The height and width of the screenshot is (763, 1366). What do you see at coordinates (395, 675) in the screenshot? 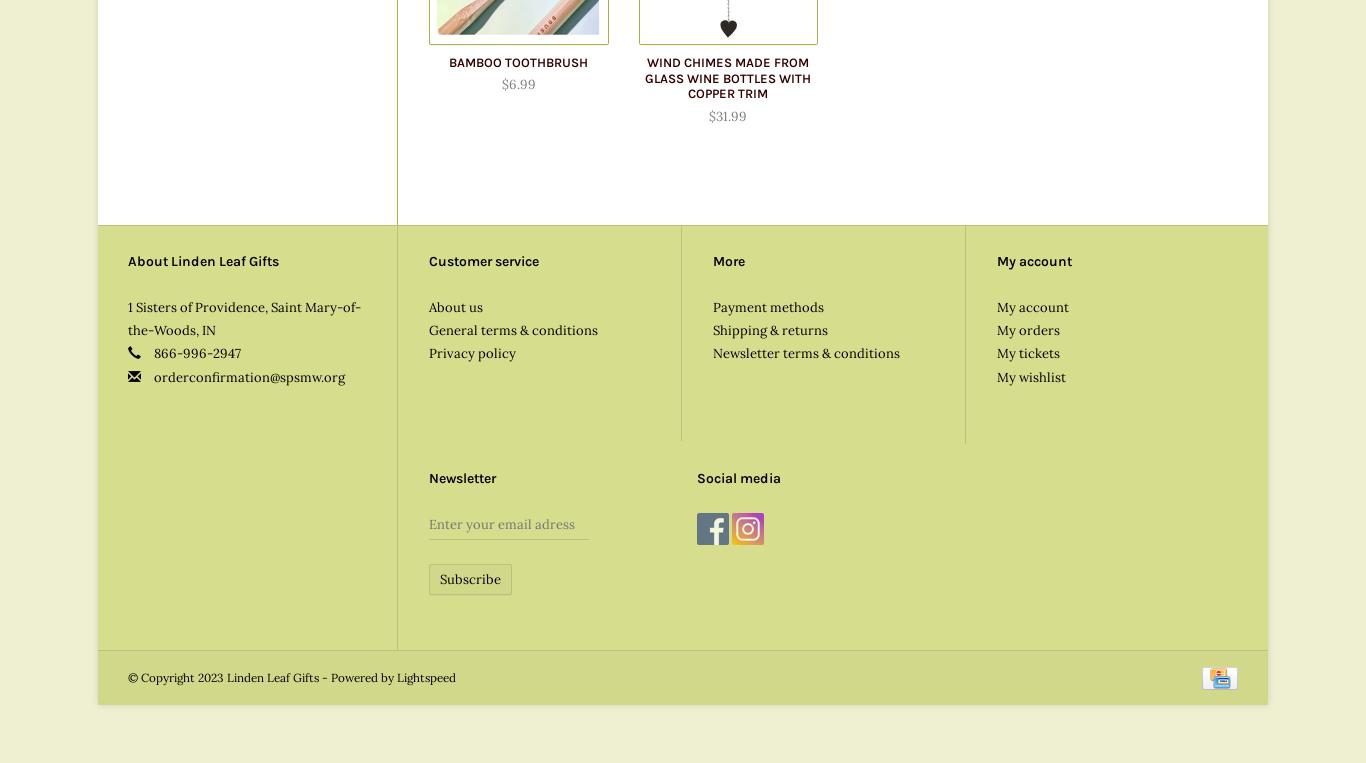
I see `'Lightspeed'` at bounding box center [395, 675].